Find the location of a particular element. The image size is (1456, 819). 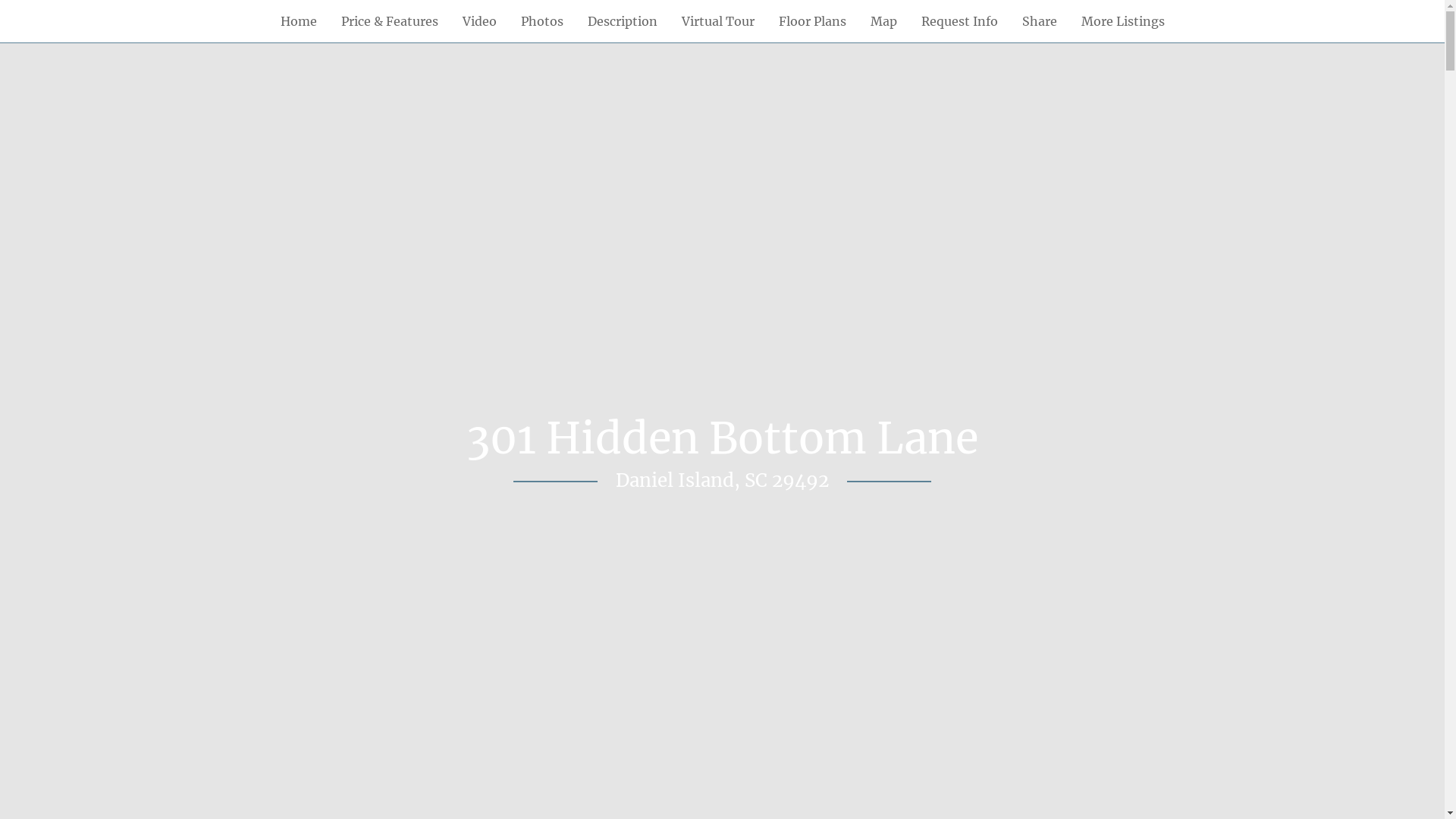

'Share' is located at coordinates (1039, 20).